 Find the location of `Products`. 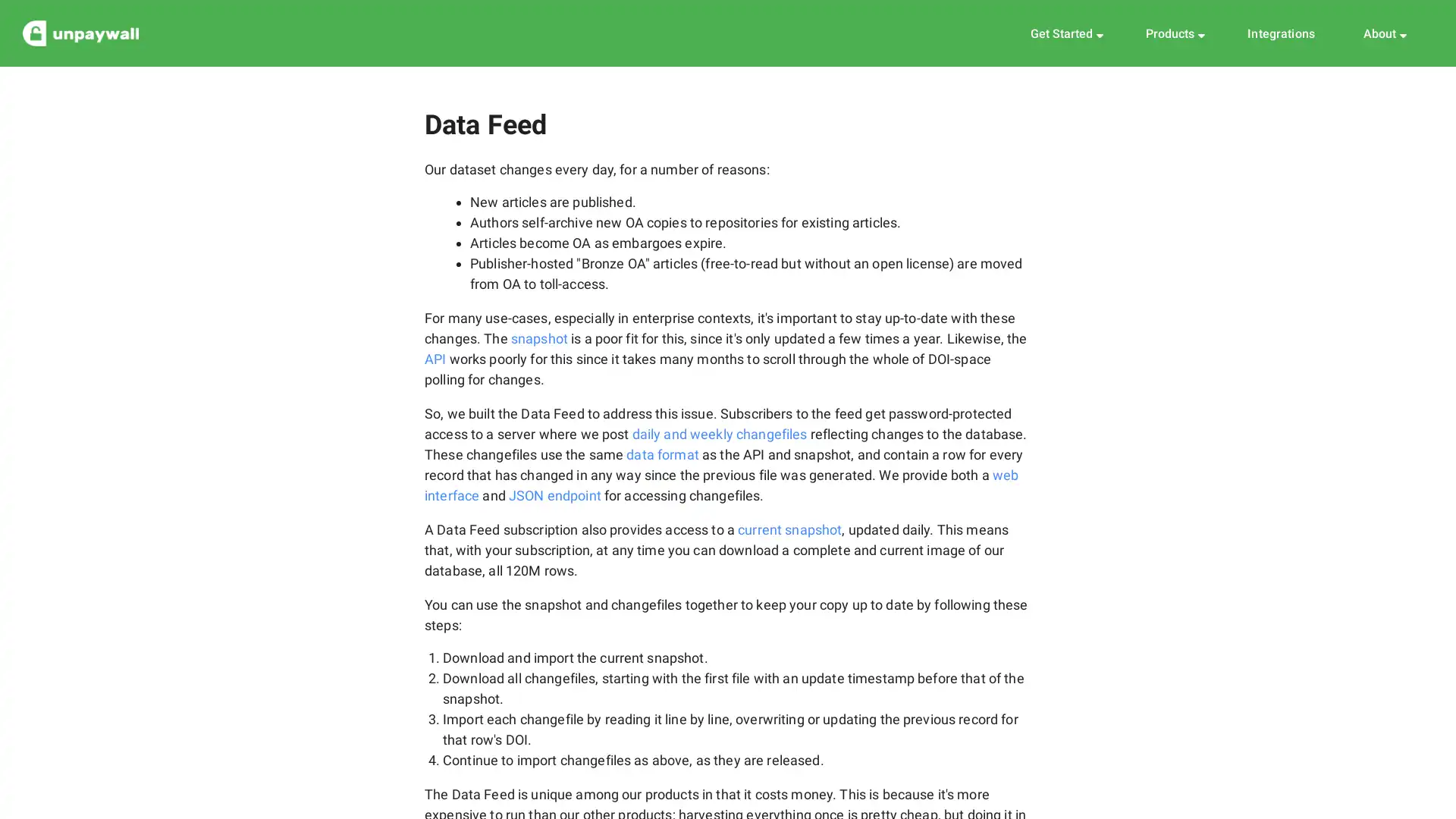

Products is located at coordinates (1175, 33).